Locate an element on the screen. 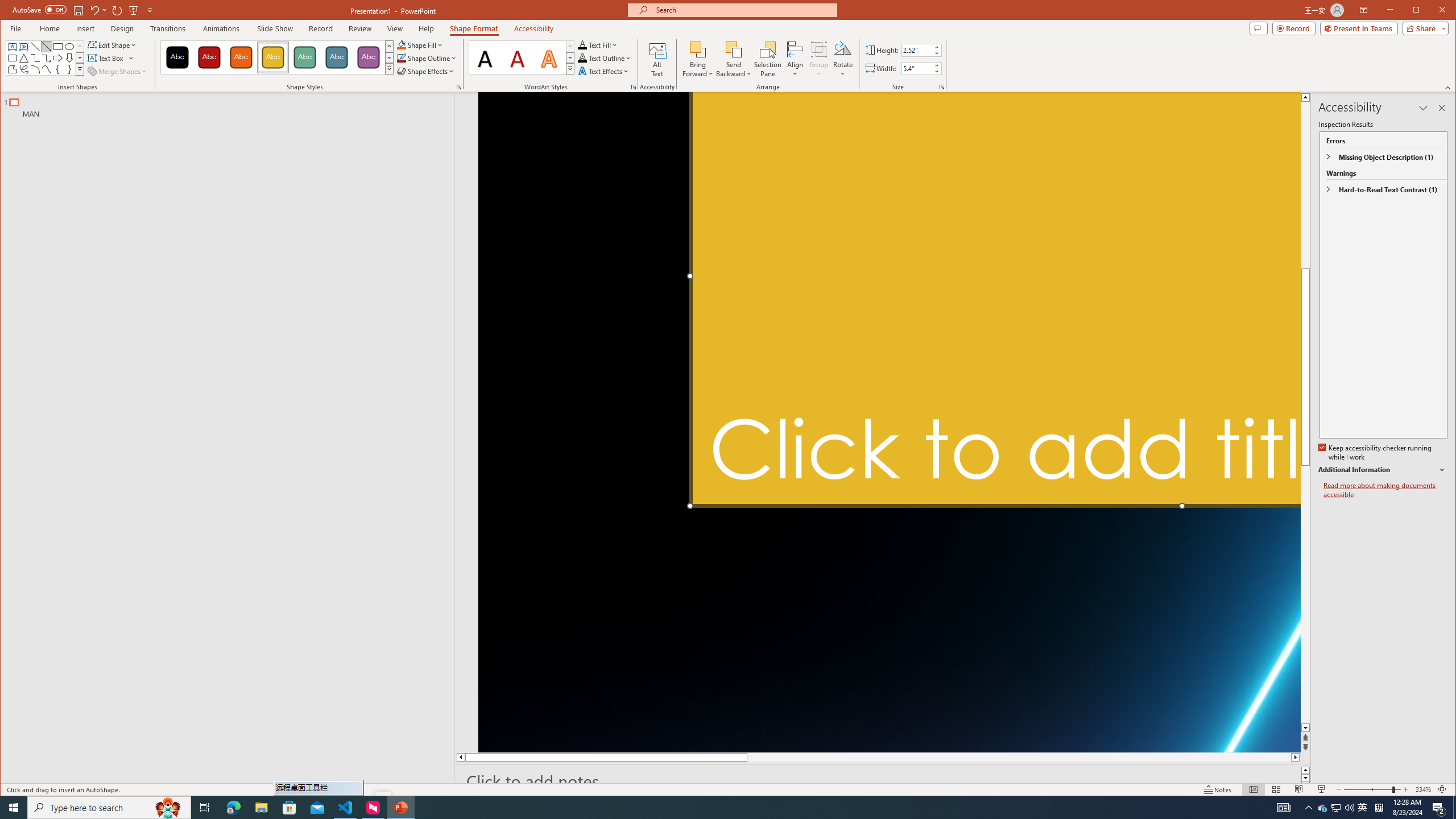 This screenshot has width=1456, height=819. 'Colored Fill - Dark Red, Accent 1' is located at coordinates (209, 57).